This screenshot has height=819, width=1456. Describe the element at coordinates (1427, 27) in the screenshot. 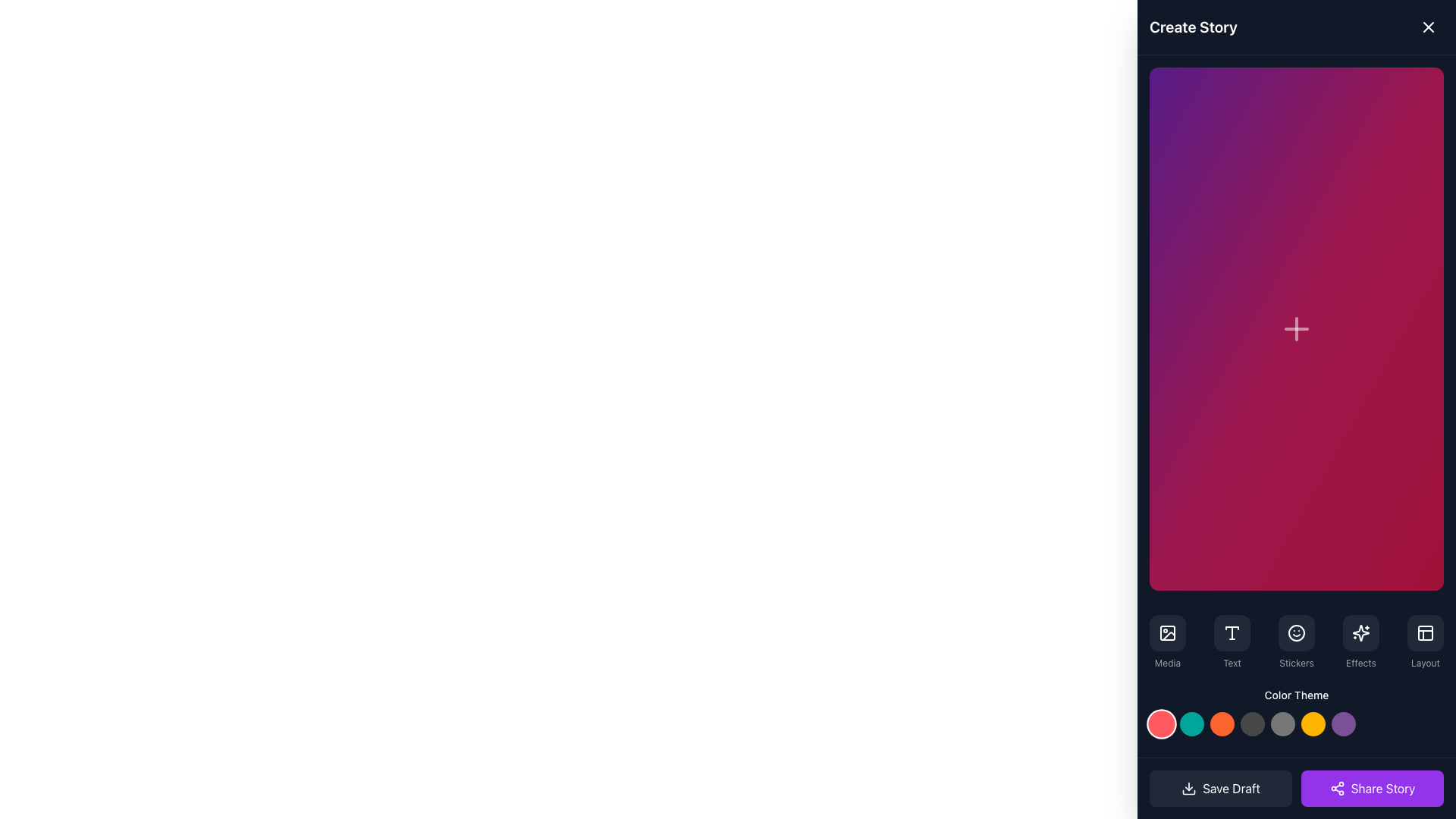

I see `the 'X' close icon located in the top-right corner of the interface` at that location.